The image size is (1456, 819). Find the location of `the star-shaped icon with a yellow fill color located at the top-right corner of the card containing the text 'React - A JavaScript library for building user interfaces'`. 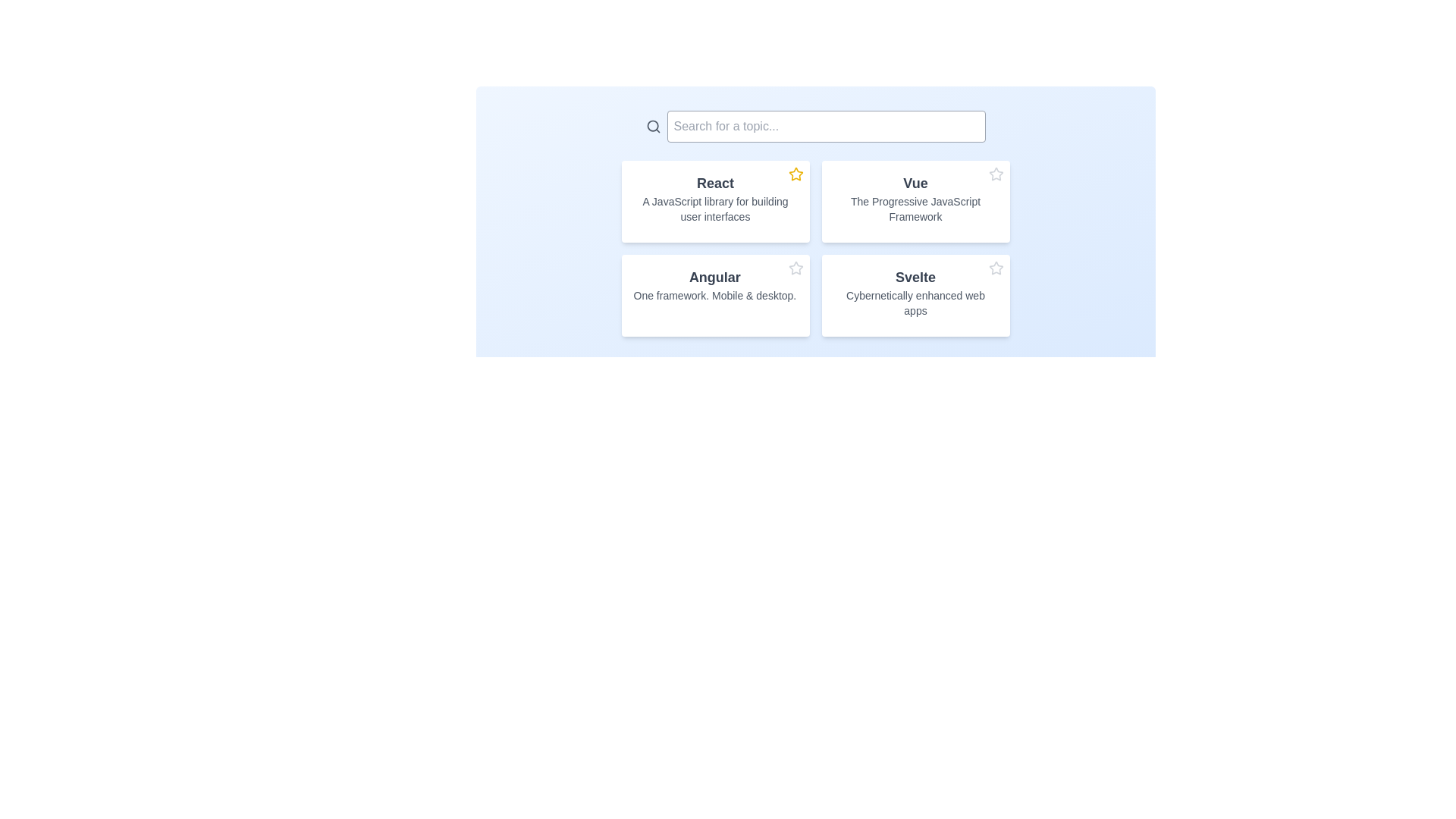

the star-shaped icon with a yellow fill color located at the top-right corner of the card containing the text 'React - A JavaScript library for building user interfaces' is located at coordinates (795, 174).